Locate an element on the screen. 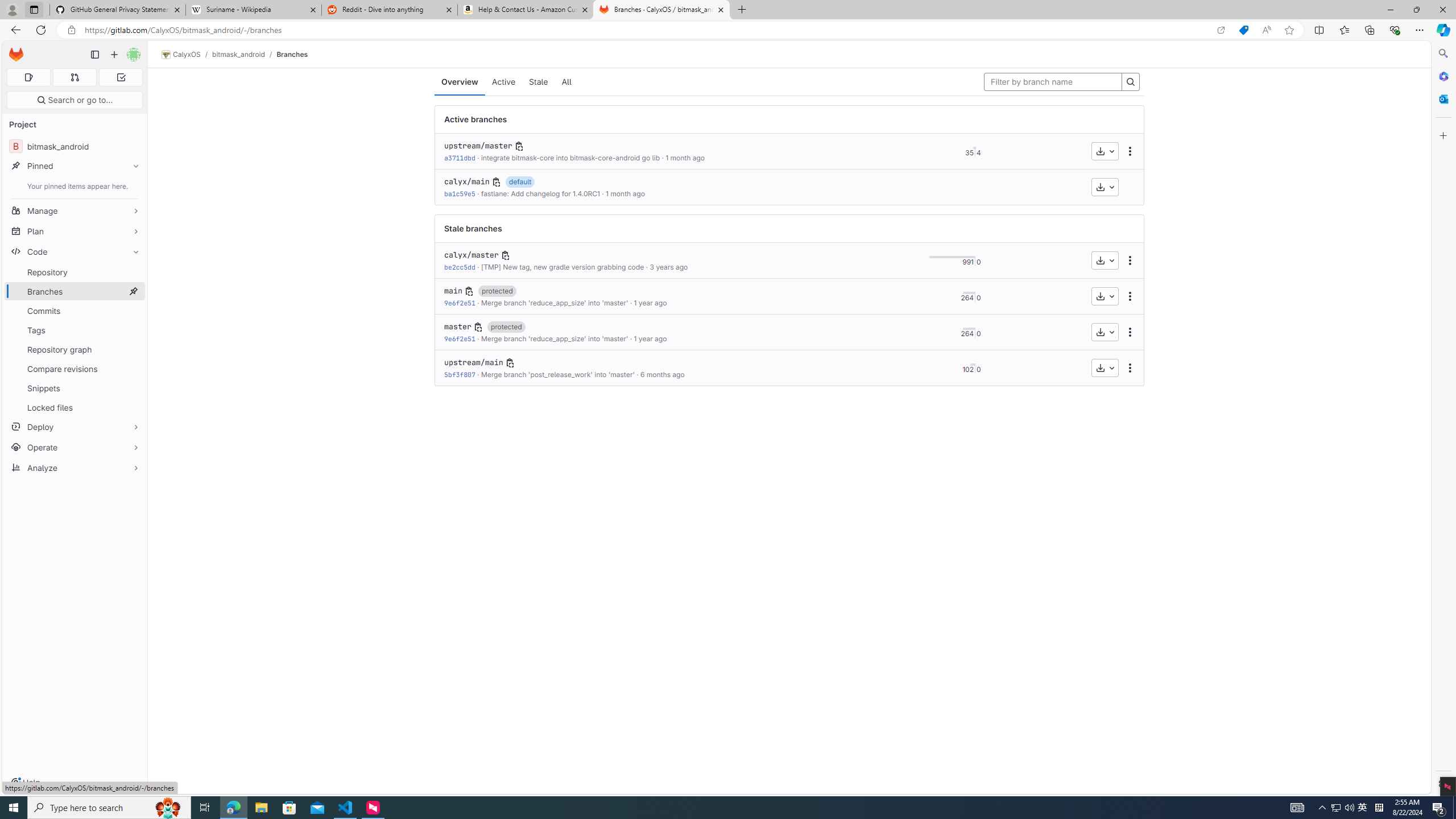  'fastlane: Add changelog for 1.4.0RC1' is located at coordinates (540, 193).